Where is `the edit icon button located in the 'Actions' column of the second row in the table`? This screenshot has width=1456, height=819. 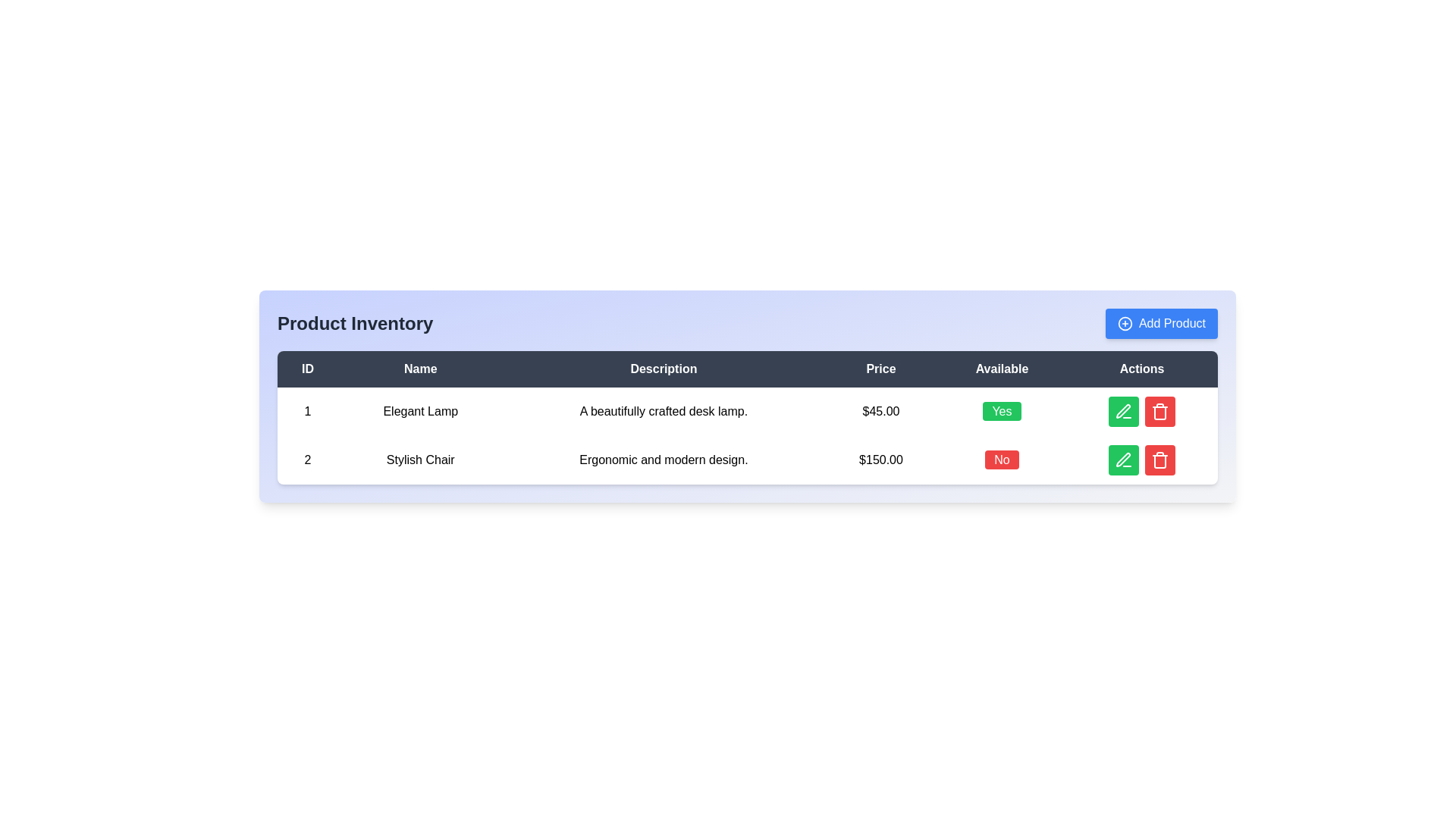 the edit icon button located in the 'Actions' column of the second row in the table is located at coordinates (1124, 412).